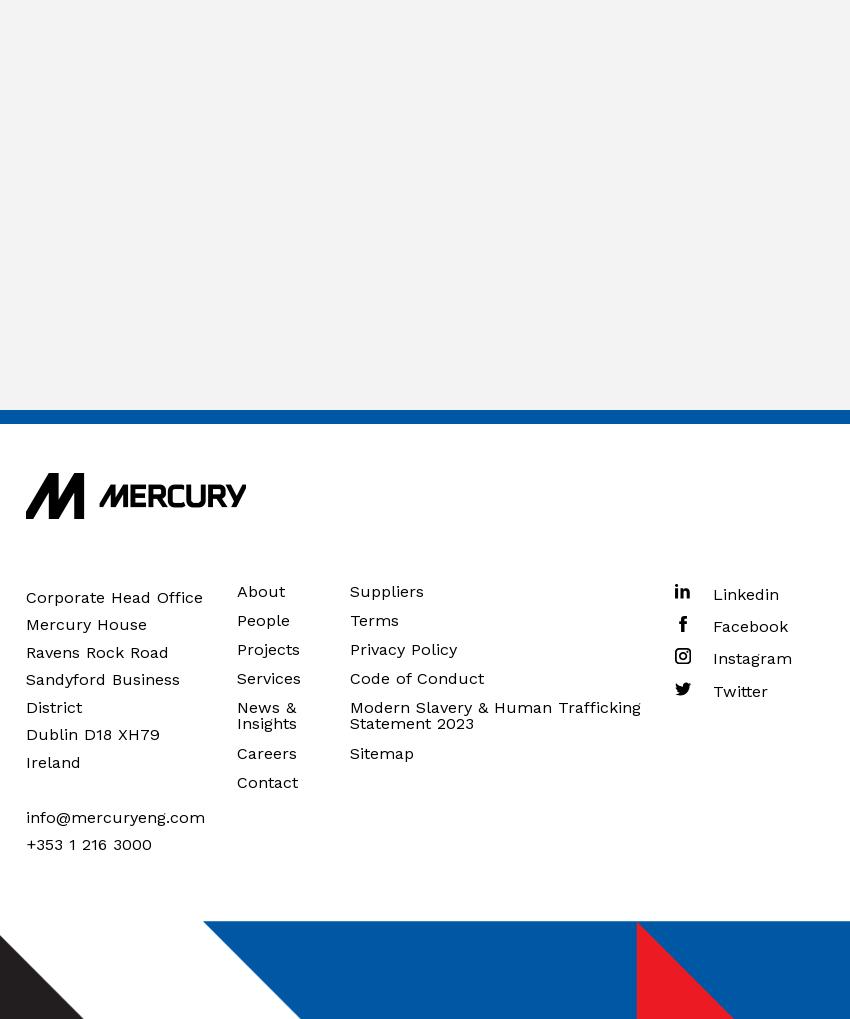 Image resolution: width=850 pixels, height=1019 pixels. What do you see at coordinates (235, 648) in the screenshot?
I see `'Projects'` at bounding box center [235, 648].